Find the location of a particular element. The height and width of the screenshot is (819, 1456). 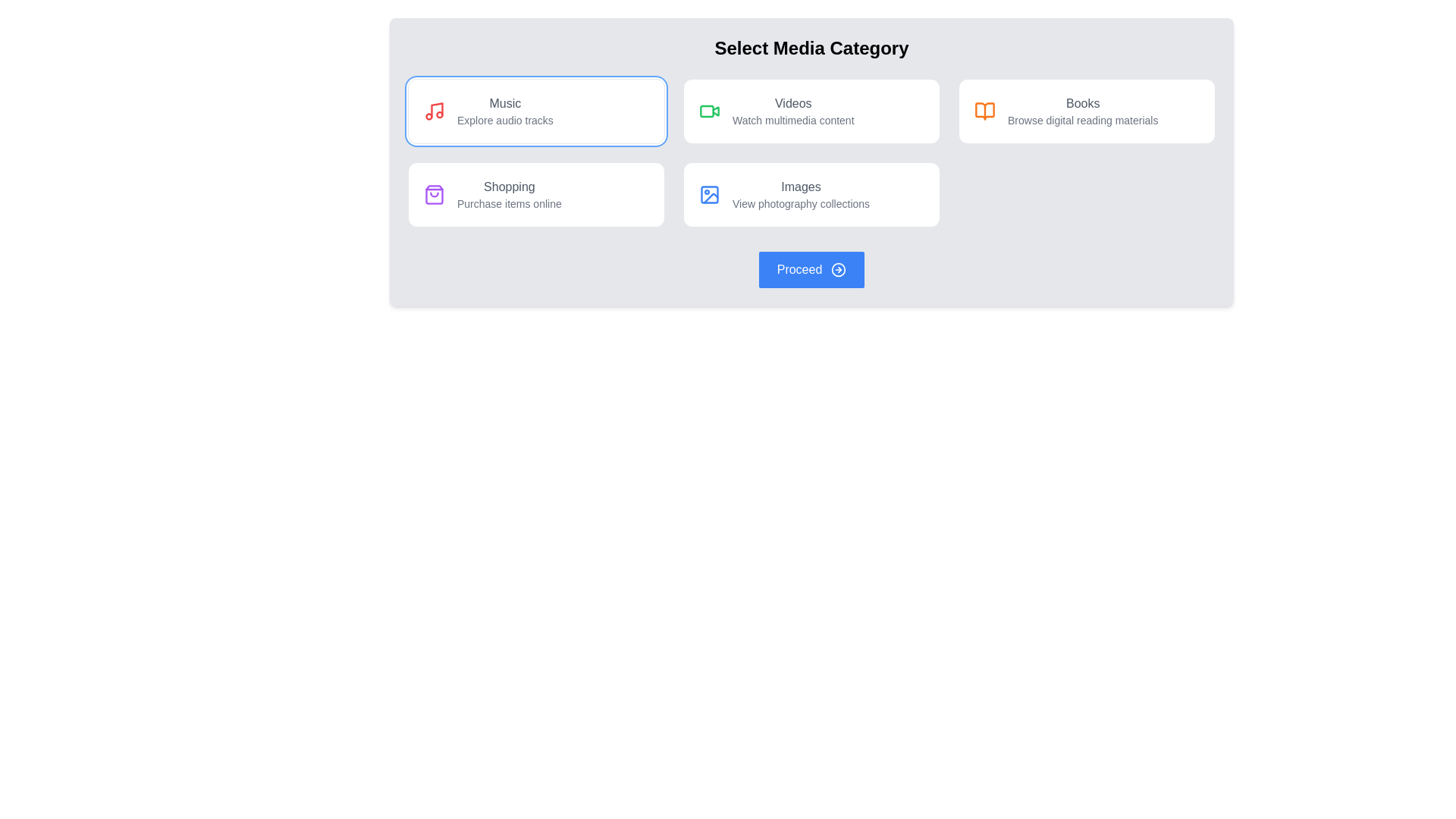

to select the 'Videos' category from the top row of media category options, which includes a bold title 'Videos' and a subtitle 'Watch multimedia content' is located at coordinates (792, 110).